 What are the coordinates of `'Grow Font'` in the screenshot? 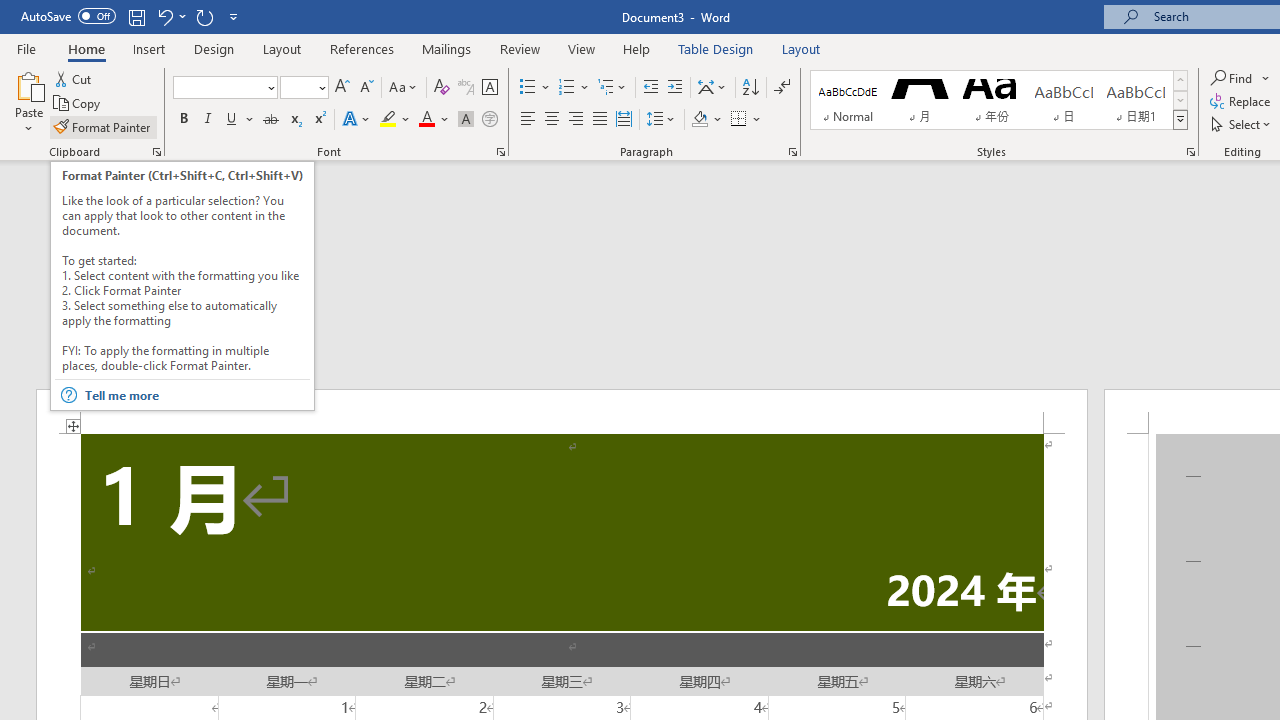 It's located at (342, 86).